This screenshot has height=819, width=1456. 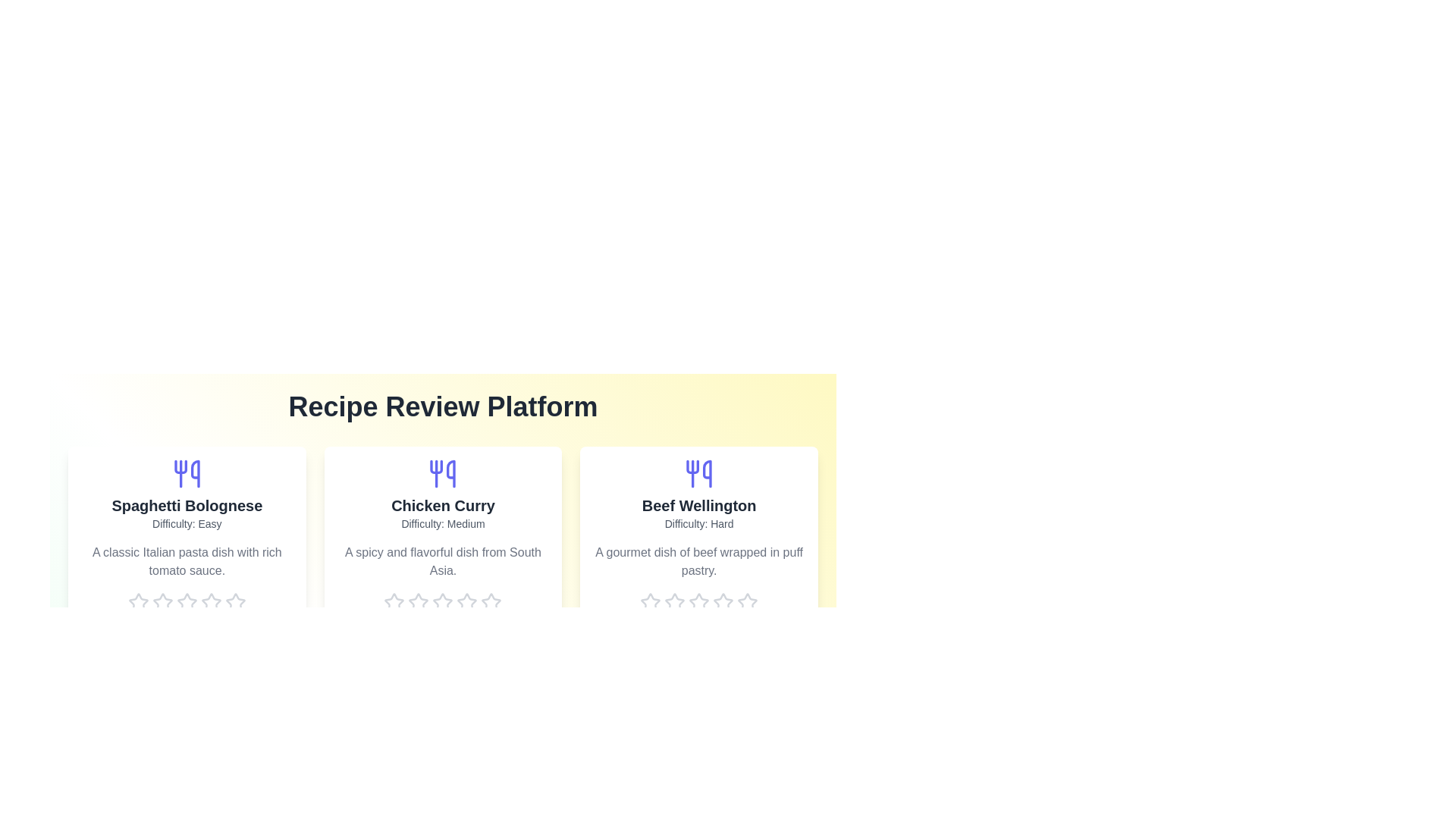 I want to click on the recipe card for Beef Wellington, so click(x=698, y=548).